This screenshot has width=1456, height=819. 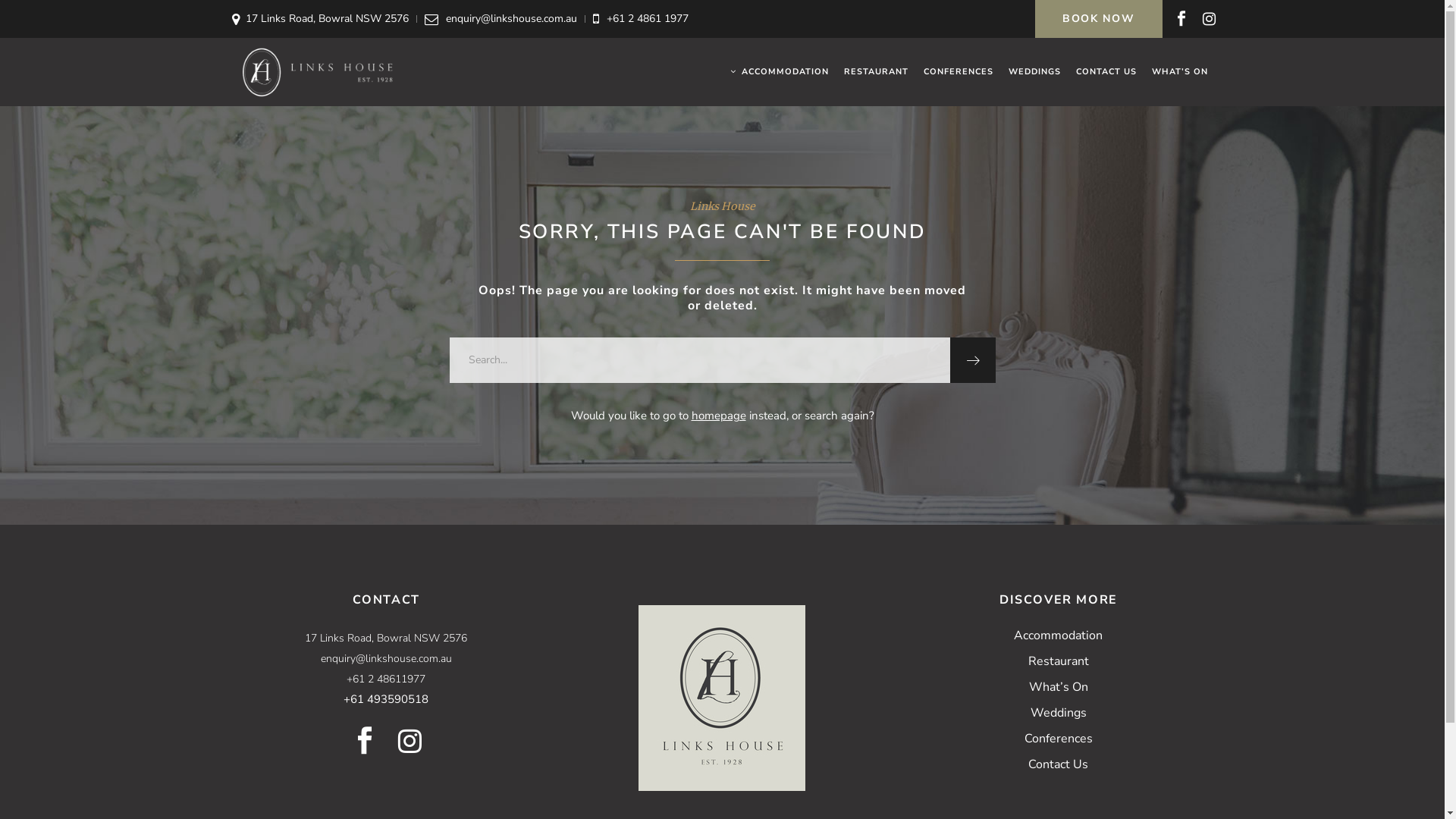 I want to click on 'BOOK NOW', so click(x=1034, y=18).